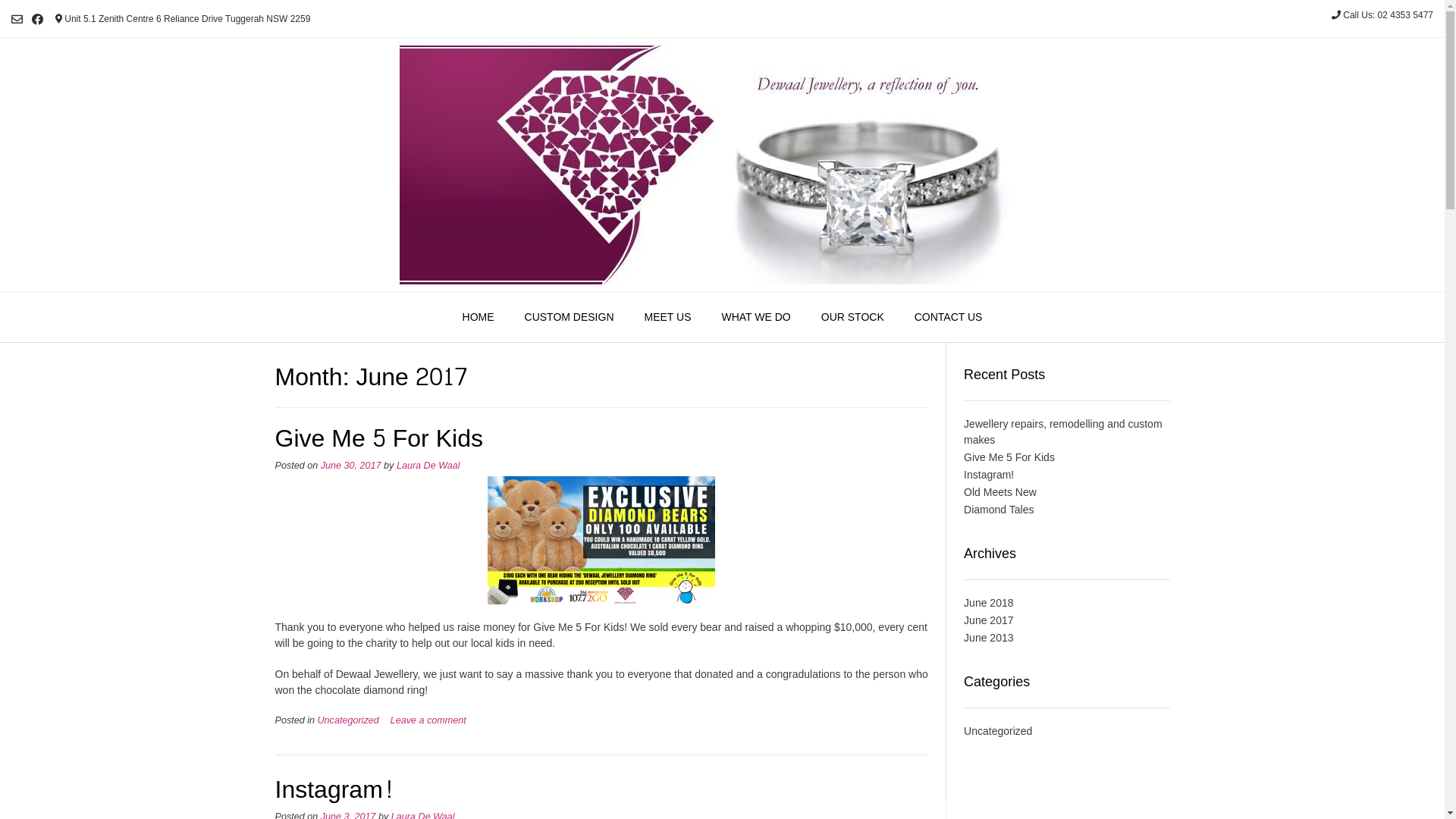  What do you see at coordinates (756, 317) in the screenshot?
I see `'WHAT WE DO'` at bounding box center [756, 317].